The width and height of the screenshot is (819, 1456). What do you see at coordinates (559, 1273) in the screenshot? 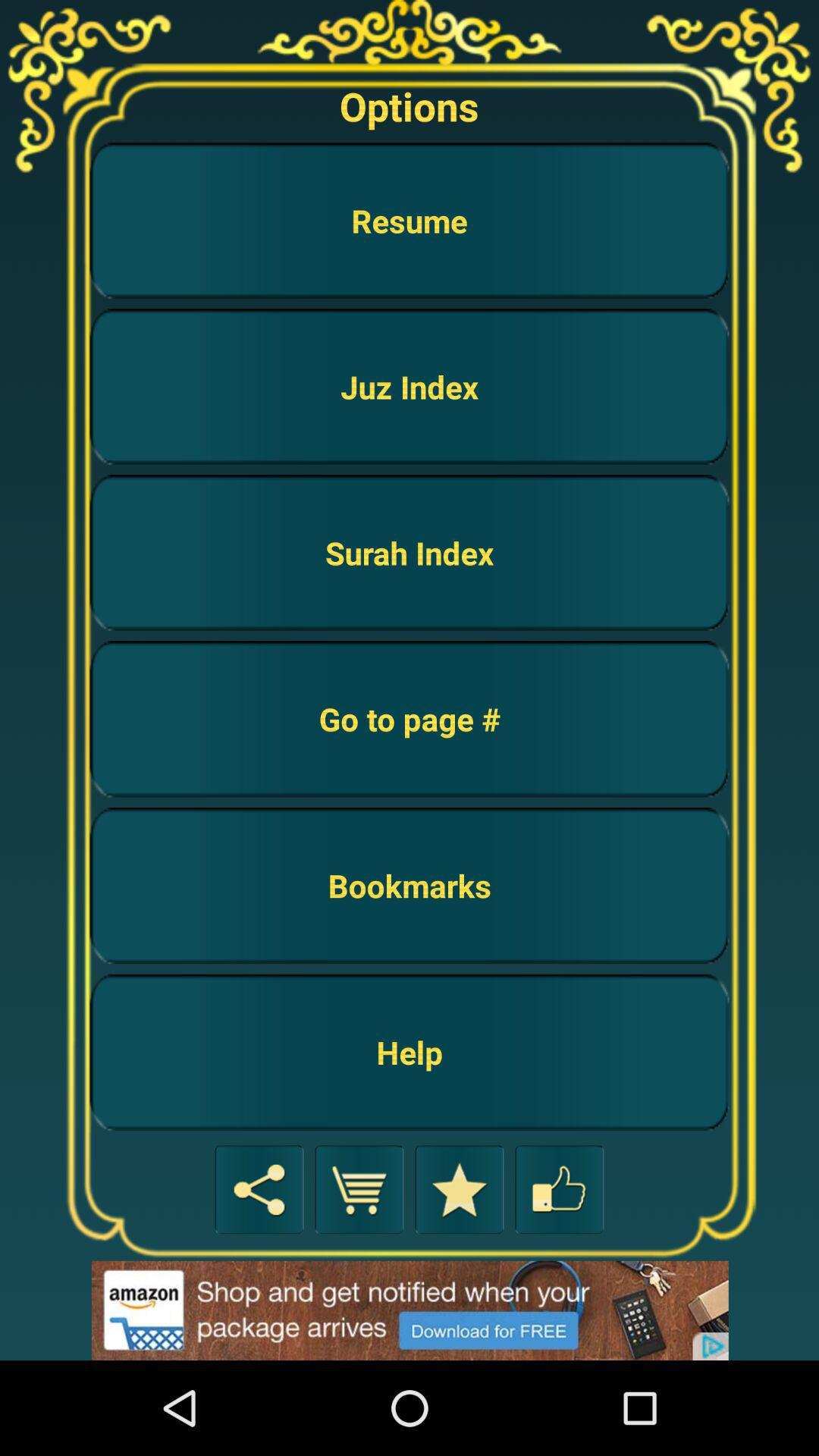
I see `the thumbs_up icon` at bounding box center [559, 1273].